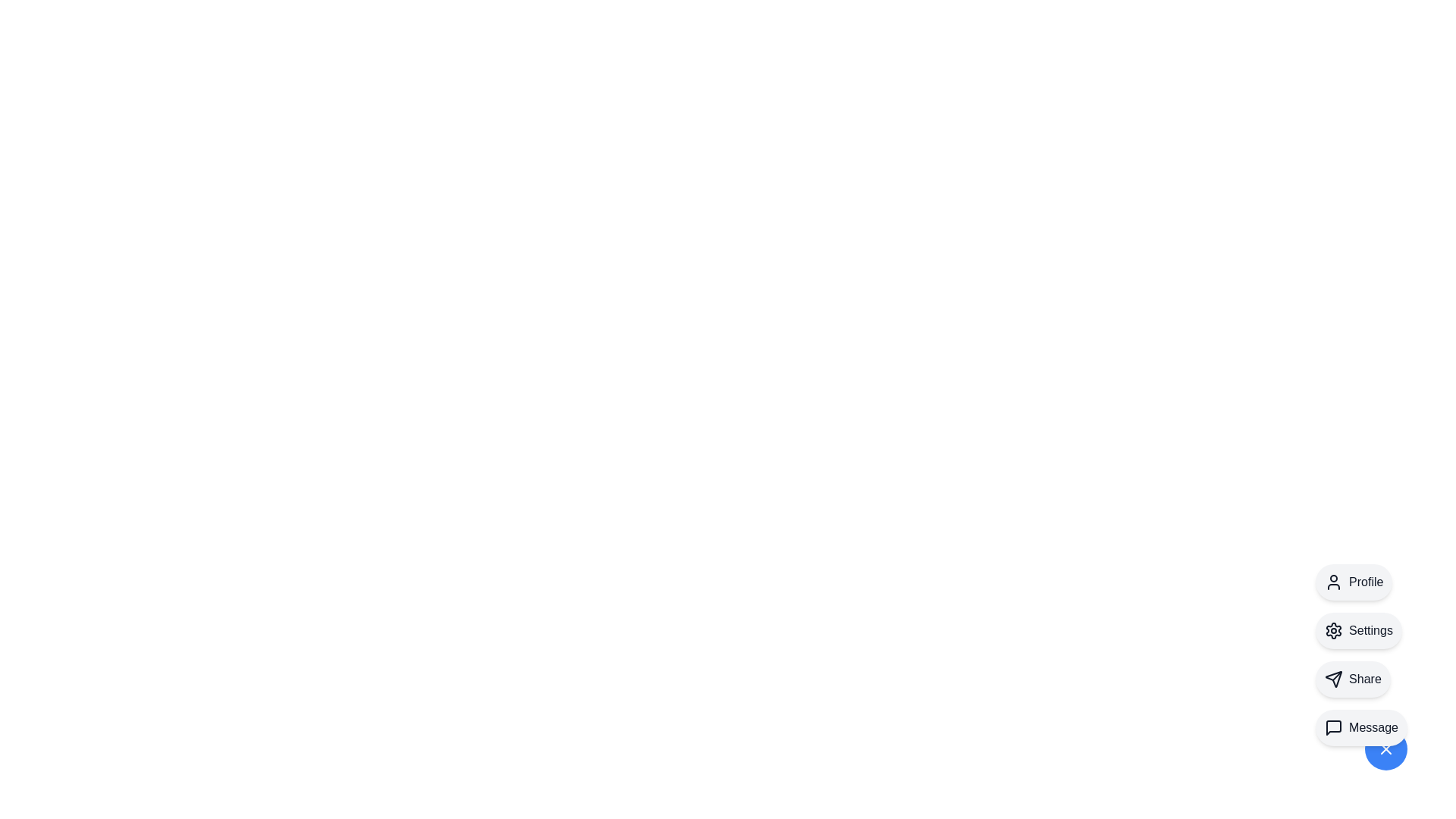 This screenshot has width=1456, height=819. What do you see at coordinates (1353, 678) in the screenshot?
I see `the Share option from the speed dial` at bounding box center [1353, 678].